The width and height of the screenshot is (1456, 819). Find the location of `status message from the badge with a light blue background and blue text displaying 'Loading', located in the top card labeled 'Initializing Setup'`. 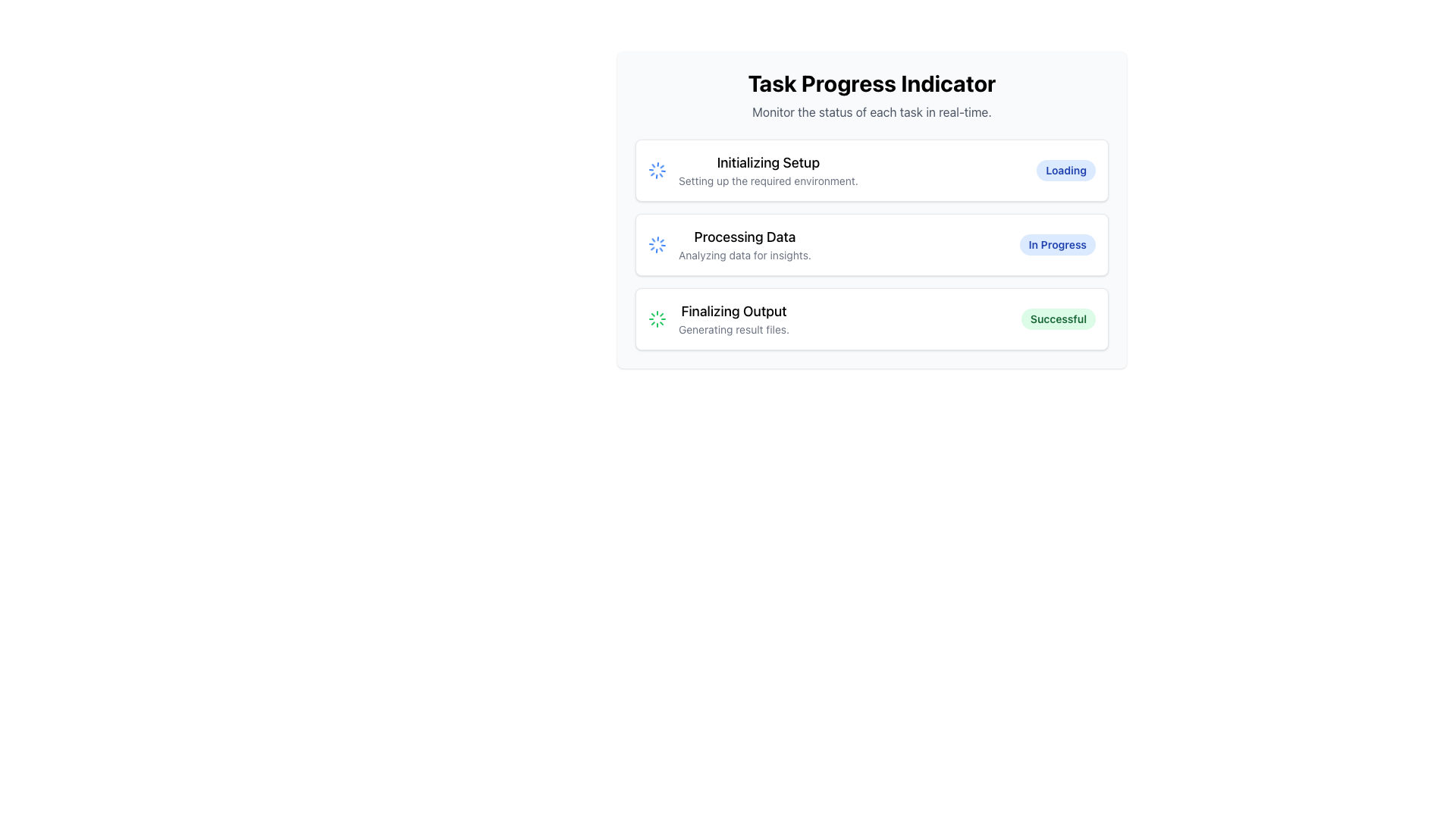

status message from the badge with a light blue background and blue text displaying 'Loading', located in the top card labeled 'Initializing Setup' is located at coordinates (1065, 170).